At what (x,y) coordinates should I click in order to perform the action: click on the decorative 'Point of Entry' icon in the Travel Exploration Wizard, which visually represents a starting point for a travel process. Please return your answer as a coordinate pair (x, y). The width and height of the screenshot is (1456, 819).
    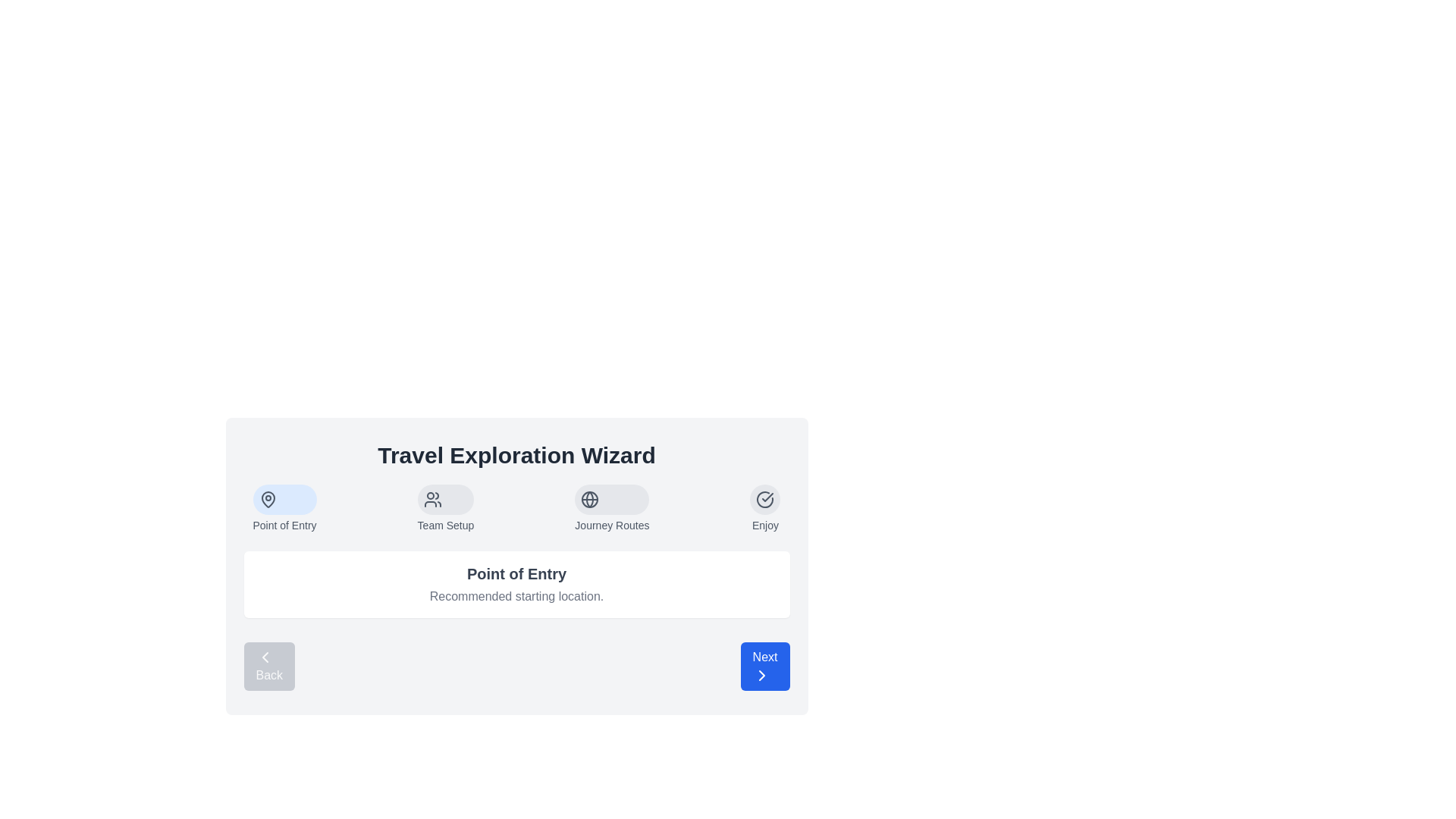
    Looking at the image, I should click on (268, 500).